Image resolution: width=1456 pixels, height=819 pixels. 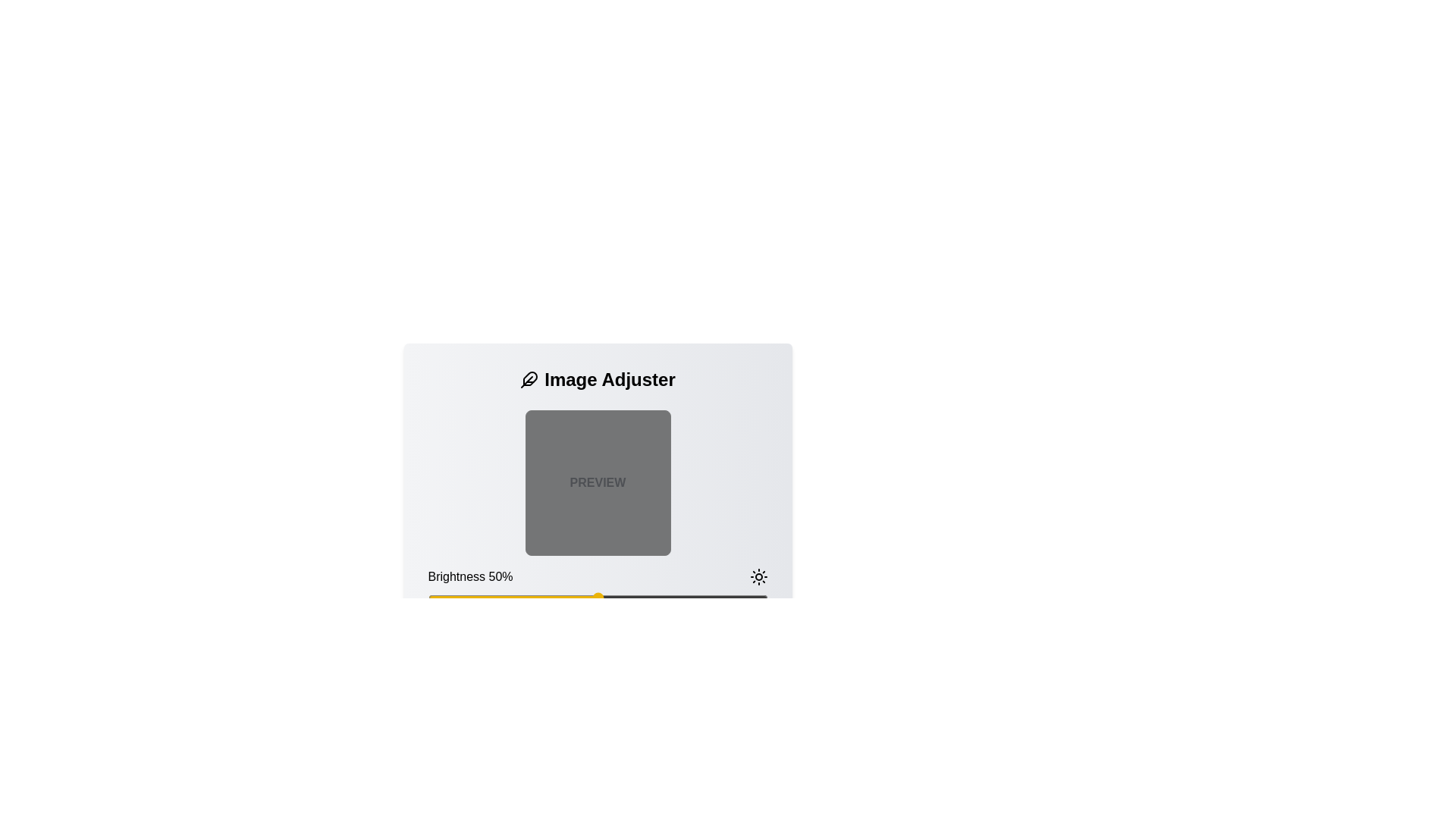 What do you see at coordinates (461, 598) in the screenshot?
I see `the brightness level` at bounding box center [461, 598].